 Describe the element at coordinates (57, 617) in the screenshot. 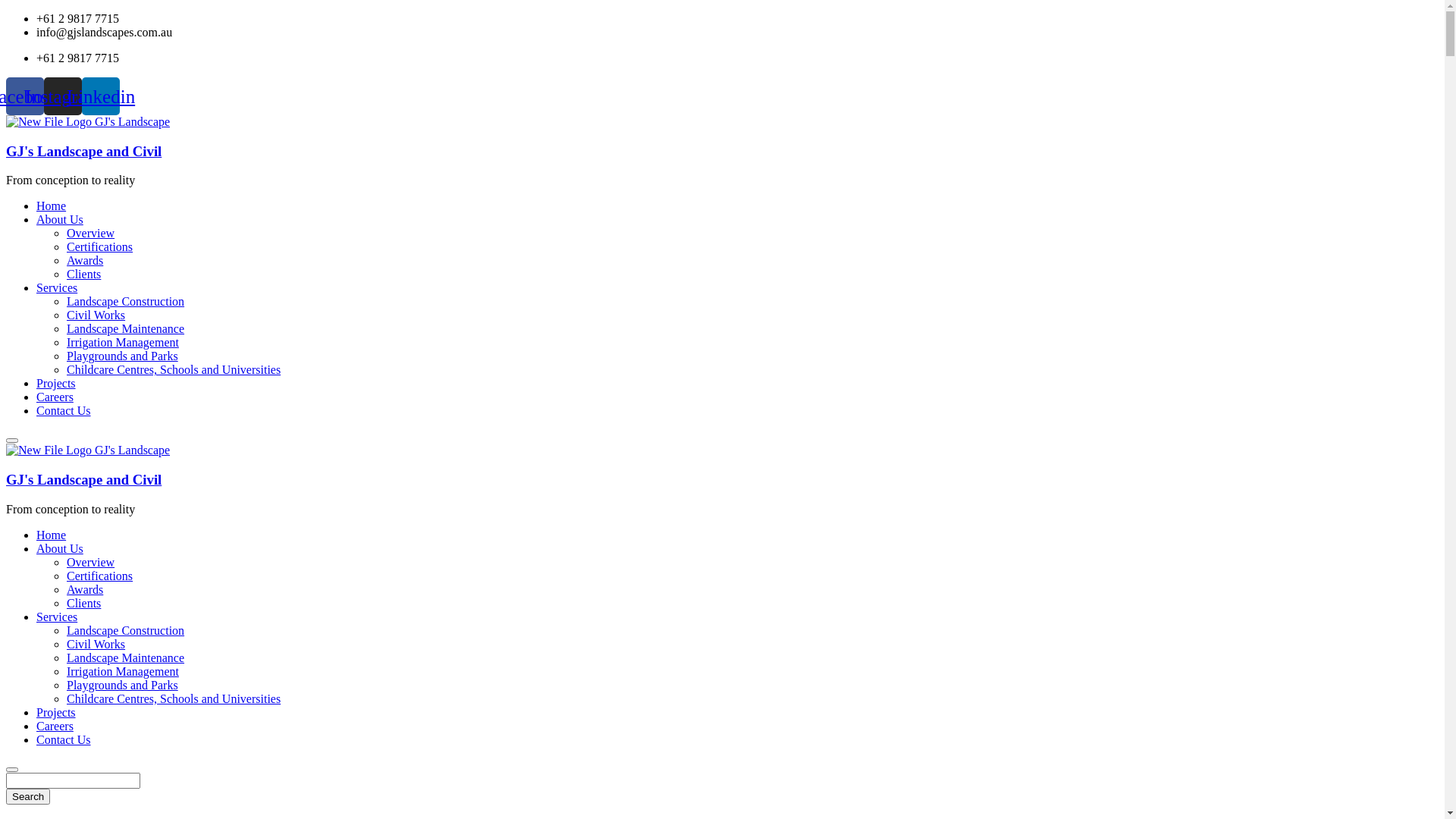

I see `'Services'` at that location.